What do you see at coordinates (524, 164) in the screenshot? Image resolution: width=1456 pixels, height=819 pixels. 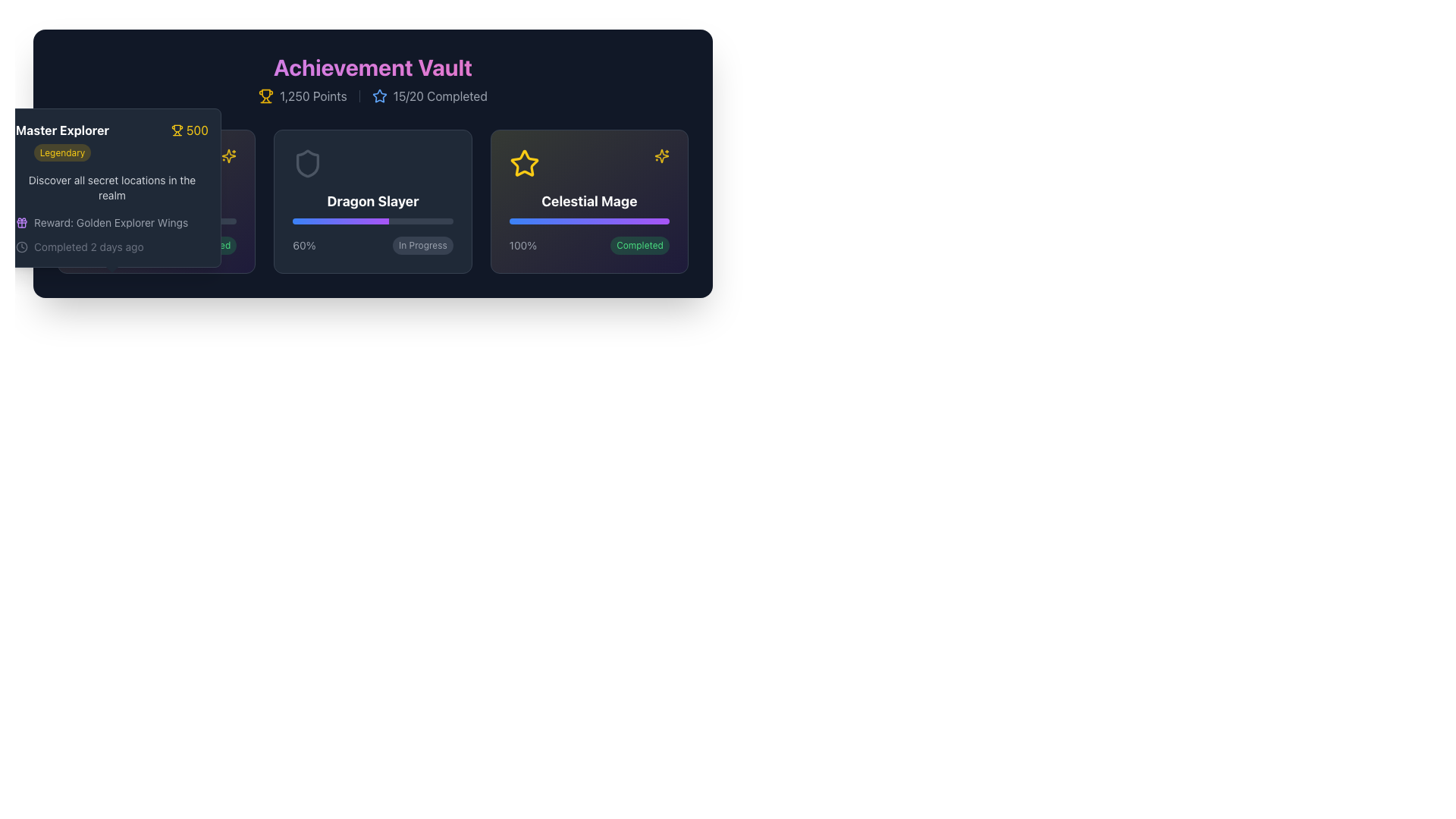 I see `the stylized yellow star icon associated with the title 'Celestial Mage', located at the top left of the card` at bounding box center [524, 164].